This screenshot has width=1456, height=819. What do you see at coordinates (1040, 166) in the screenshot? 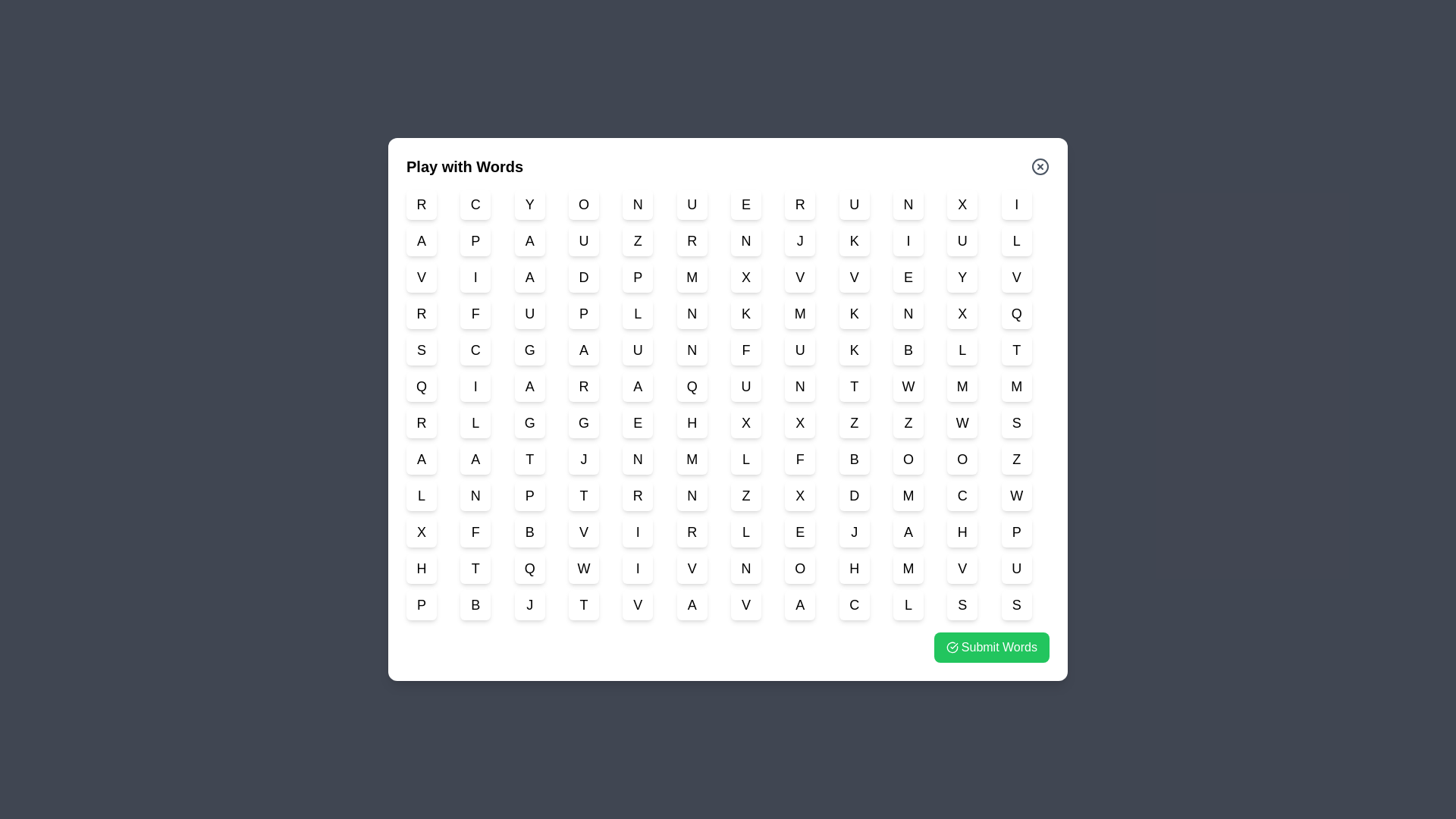
I see `the close button to dismiss the modal` at bounding box center [1040, 166].